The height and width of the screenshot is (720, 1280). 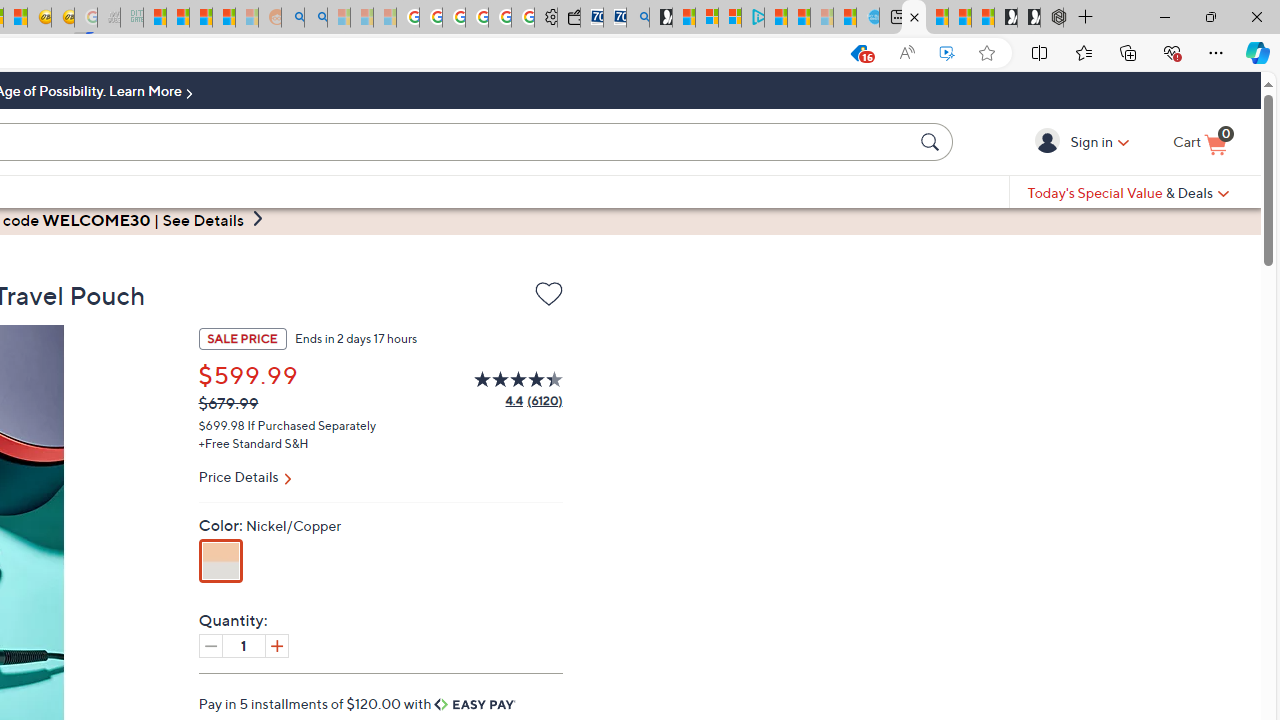 What do you see at coordinates (108, 17) in the screenshot?
I see `'Navy Quest'` at bounding box center [108, 17].